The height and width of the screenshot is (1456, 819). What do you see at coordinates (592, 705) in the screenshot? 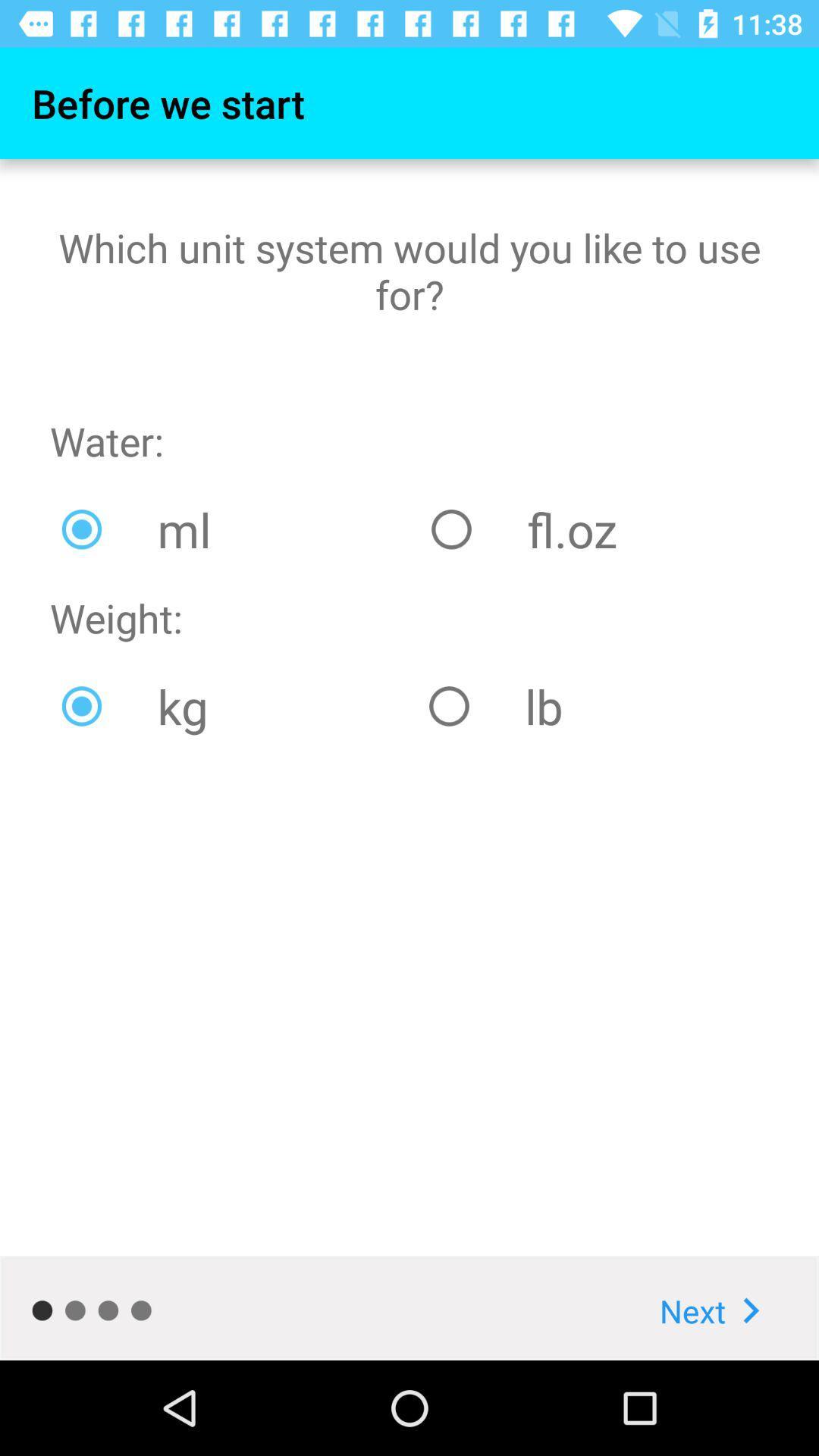
I see `lb item` at bounding box center [592, 705].